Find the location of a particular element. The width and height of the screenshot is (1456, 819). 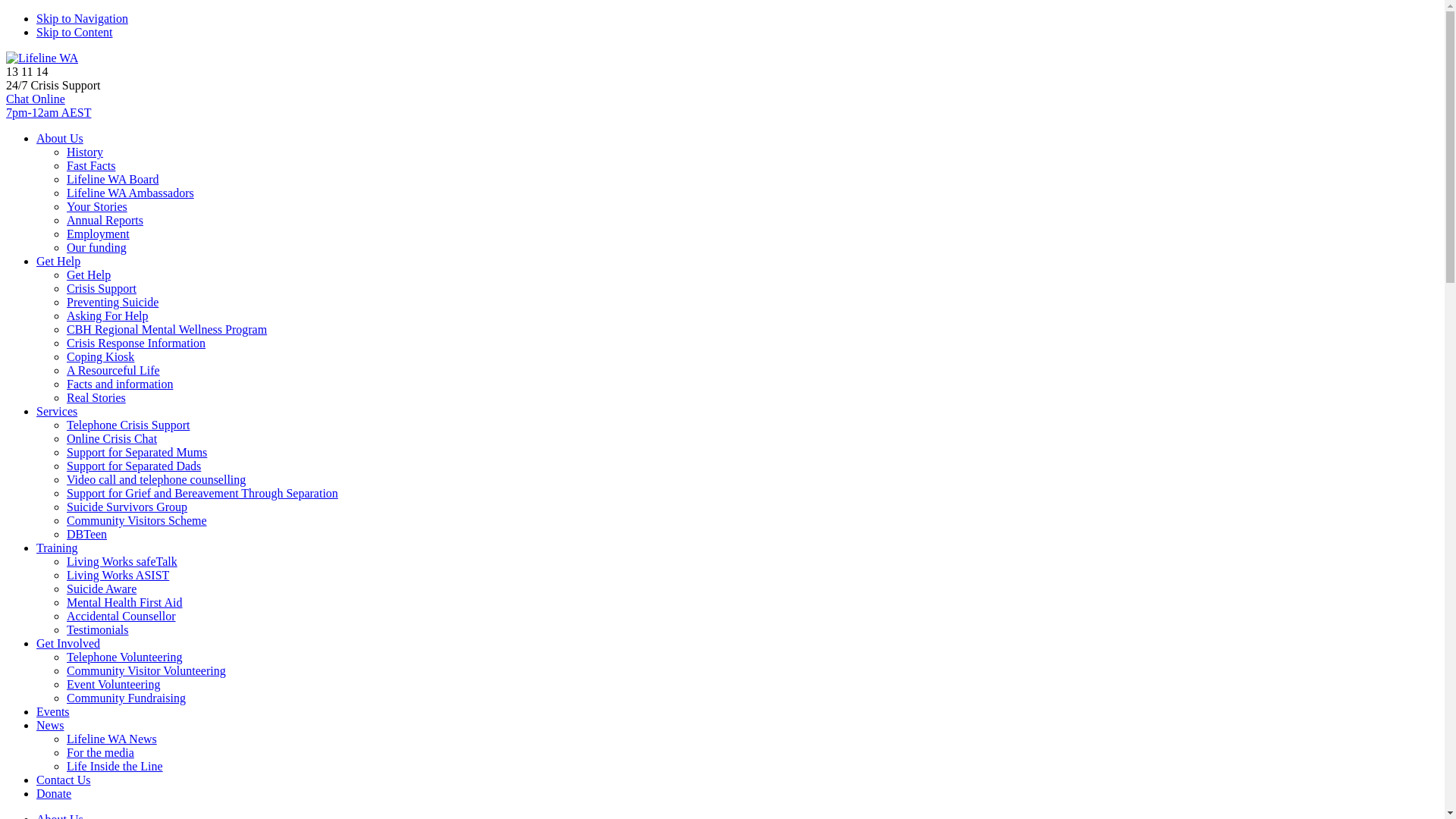

'Testimonials' is located at coordinates (97, 629).